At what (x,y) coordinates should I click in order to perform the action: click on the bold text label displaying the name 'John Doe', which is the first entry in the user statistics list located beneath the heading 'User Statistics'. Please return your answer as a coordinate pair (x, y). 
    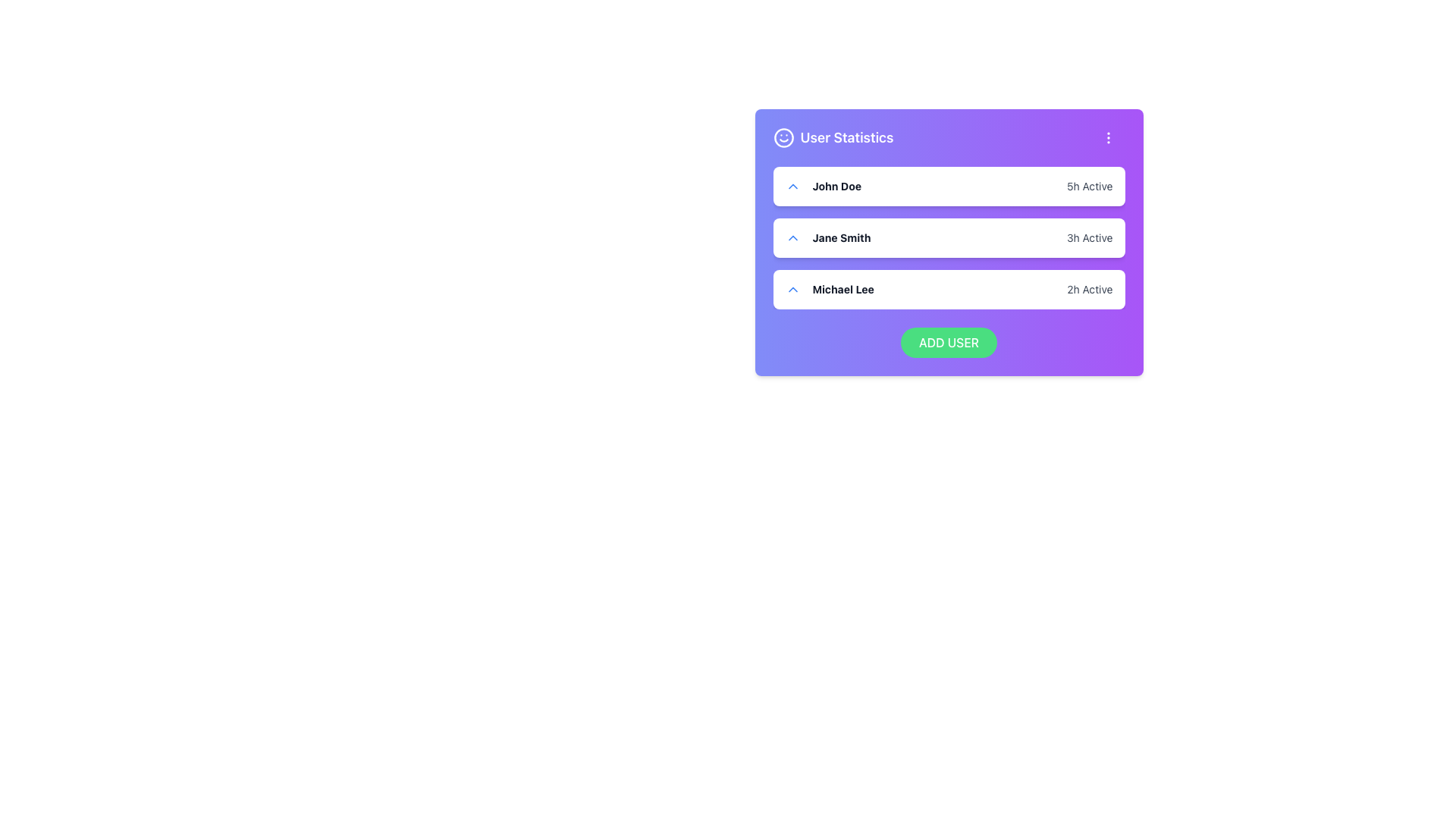
    Looking at the image, I should click on (836, 186).